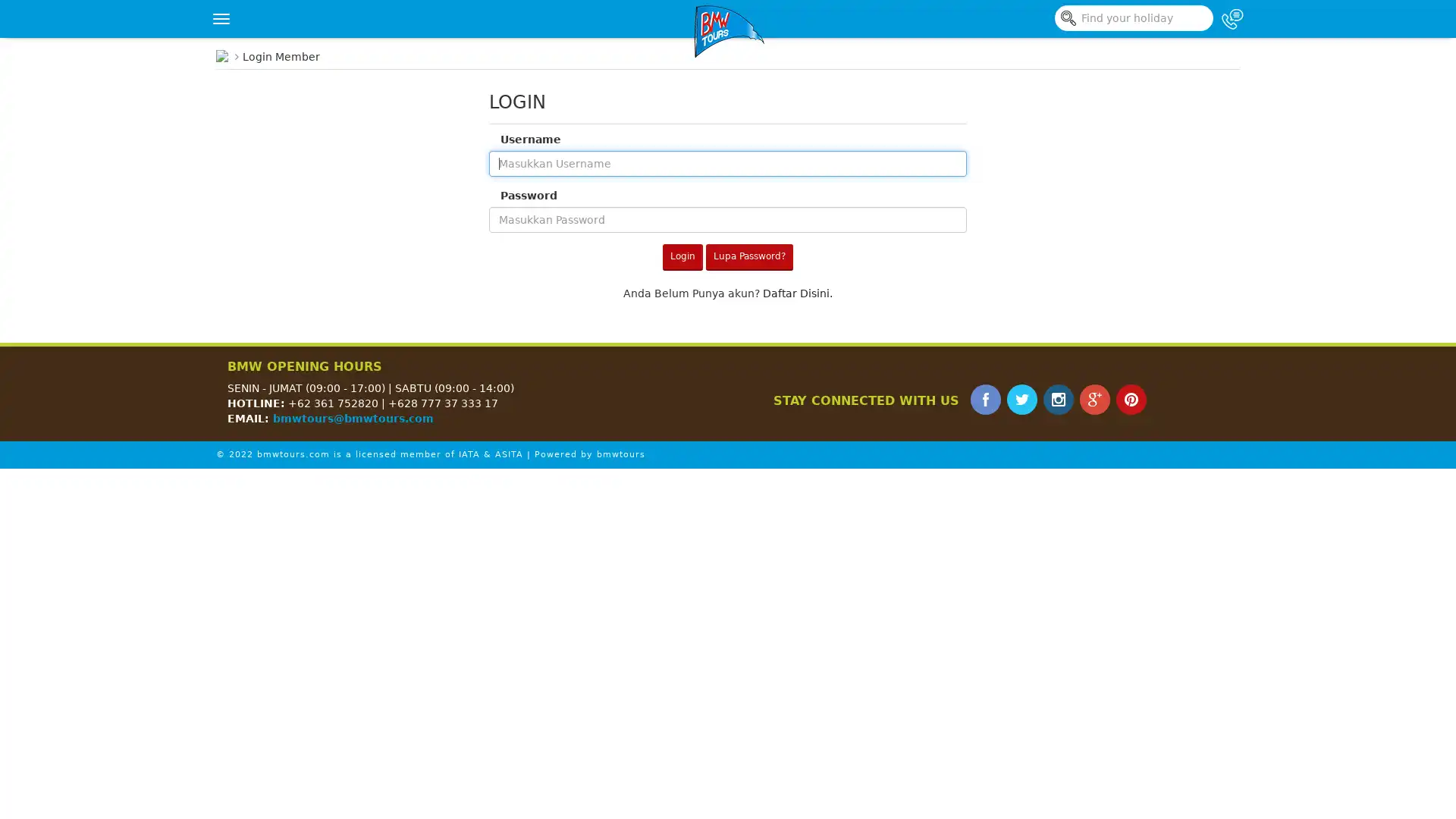  Describe the element at coordinates (221, 18) in the screenshot. I see `Toggle navigation` at that location.